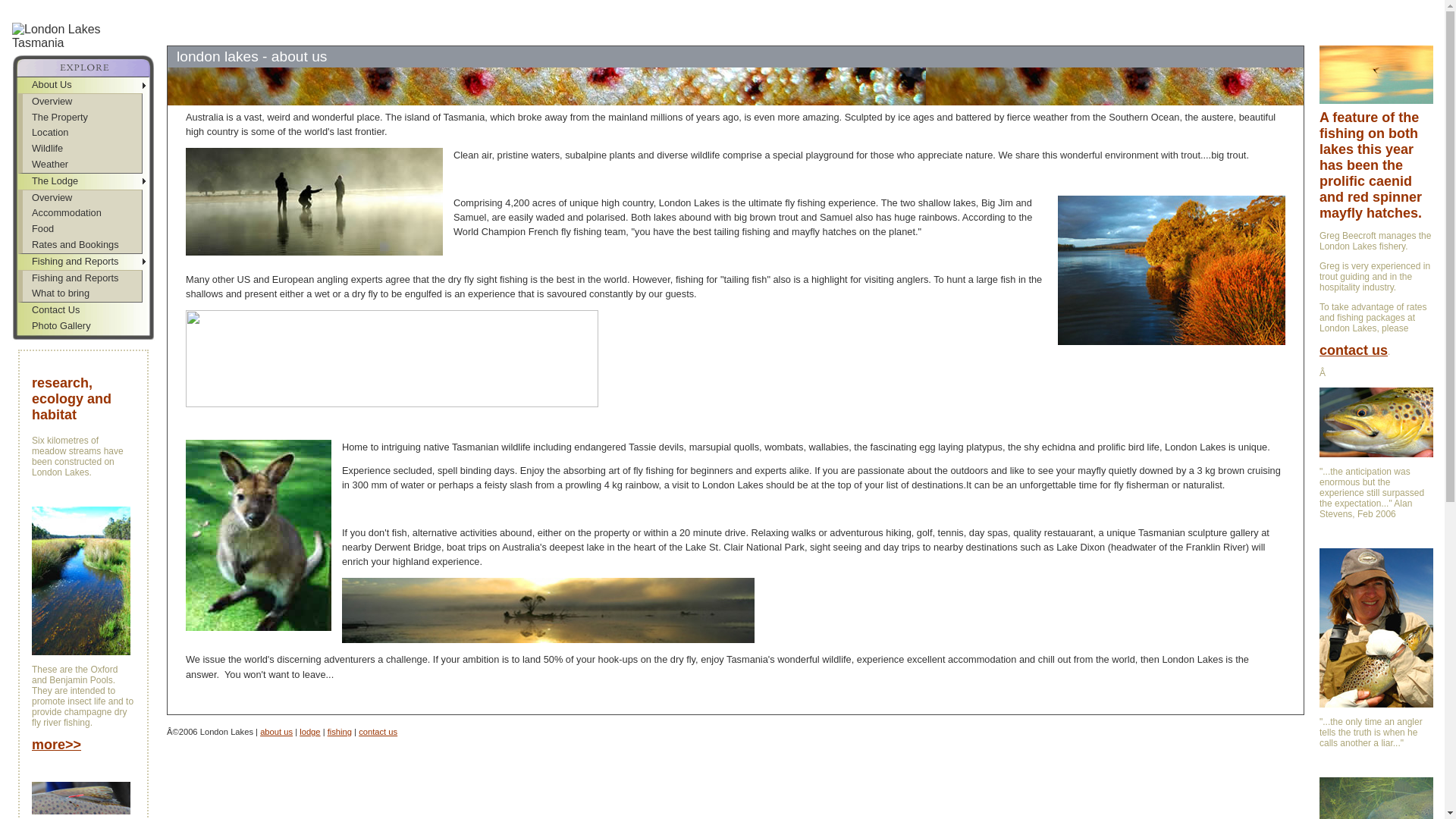 The height and width of the screenshot is (819, 1456). What do you see at coordinates (81, 229) in the screenshot?
I see `'Food'` at bounding box center [81, 229].